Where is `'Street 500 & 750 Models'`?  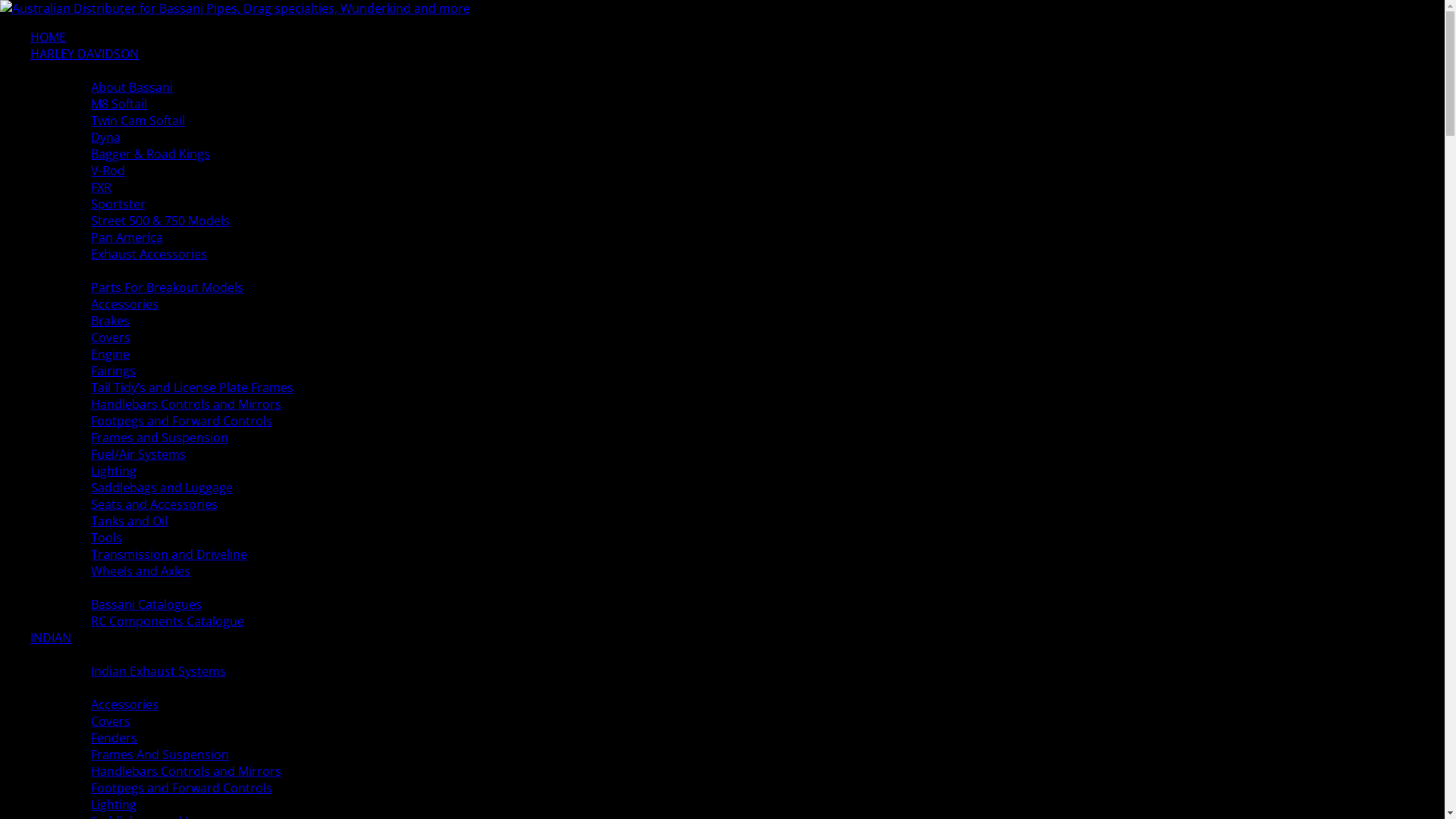 'Street 500 & 750 Models' is located at coordinates (160, 220).